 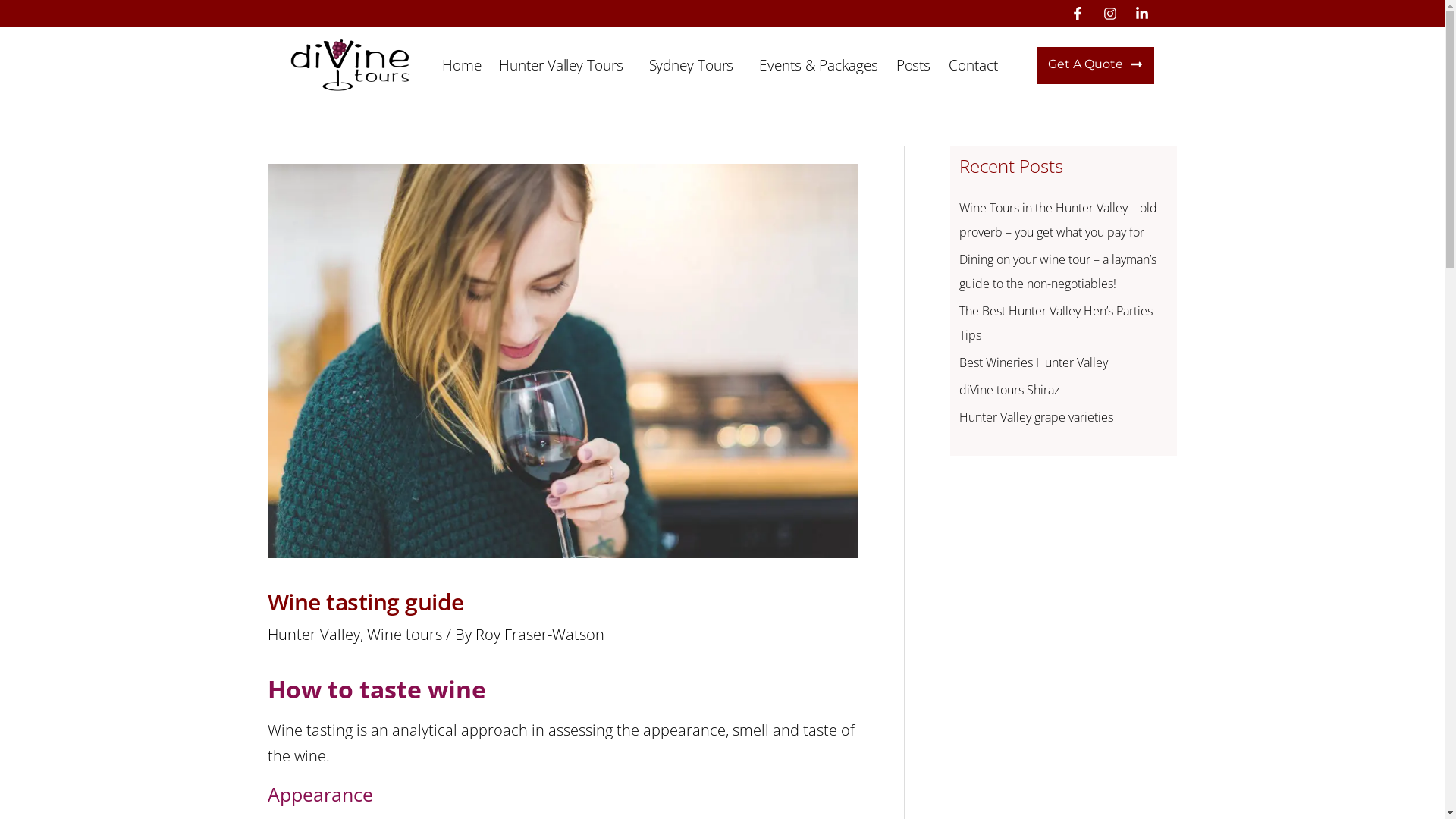 What do you see at coordinates (312, 634) in the screenshot?
I see `'Hunter Valley'` at bounding box center [312, 634].